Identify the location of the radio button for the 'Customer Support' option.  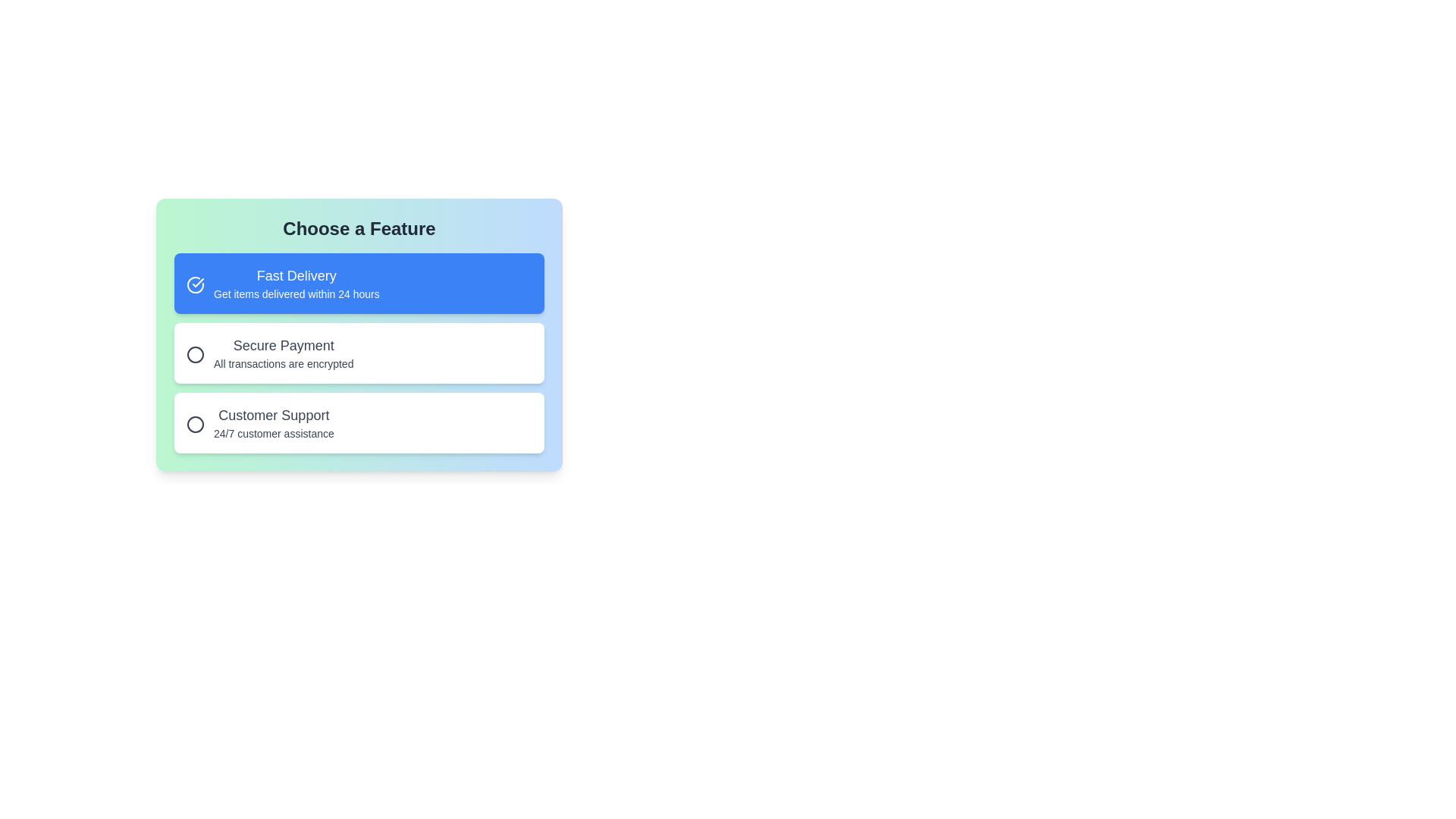
(193, 423).